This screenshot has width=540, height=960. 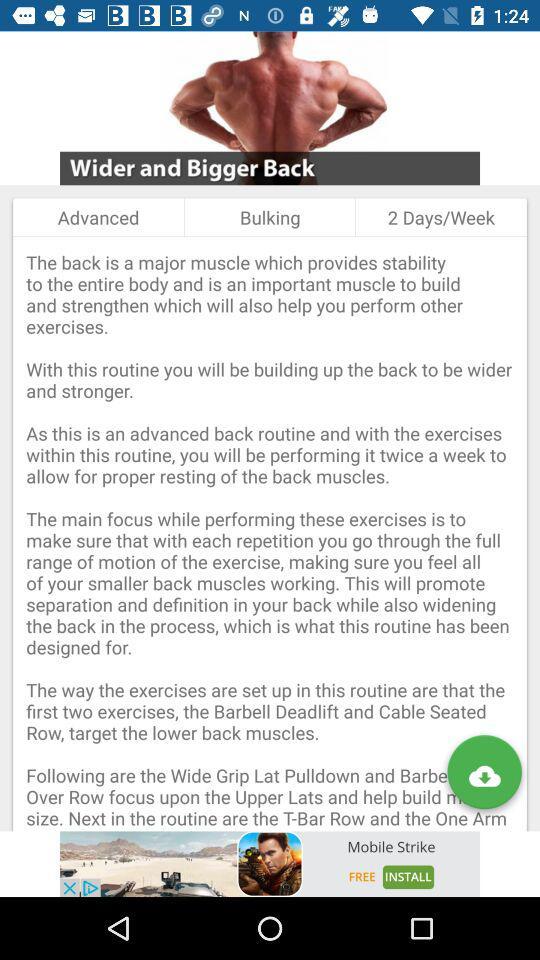 What do you see at coordinates (270, 533) in the screenshot?
I see `the back is` at bounding box center [270, 533].